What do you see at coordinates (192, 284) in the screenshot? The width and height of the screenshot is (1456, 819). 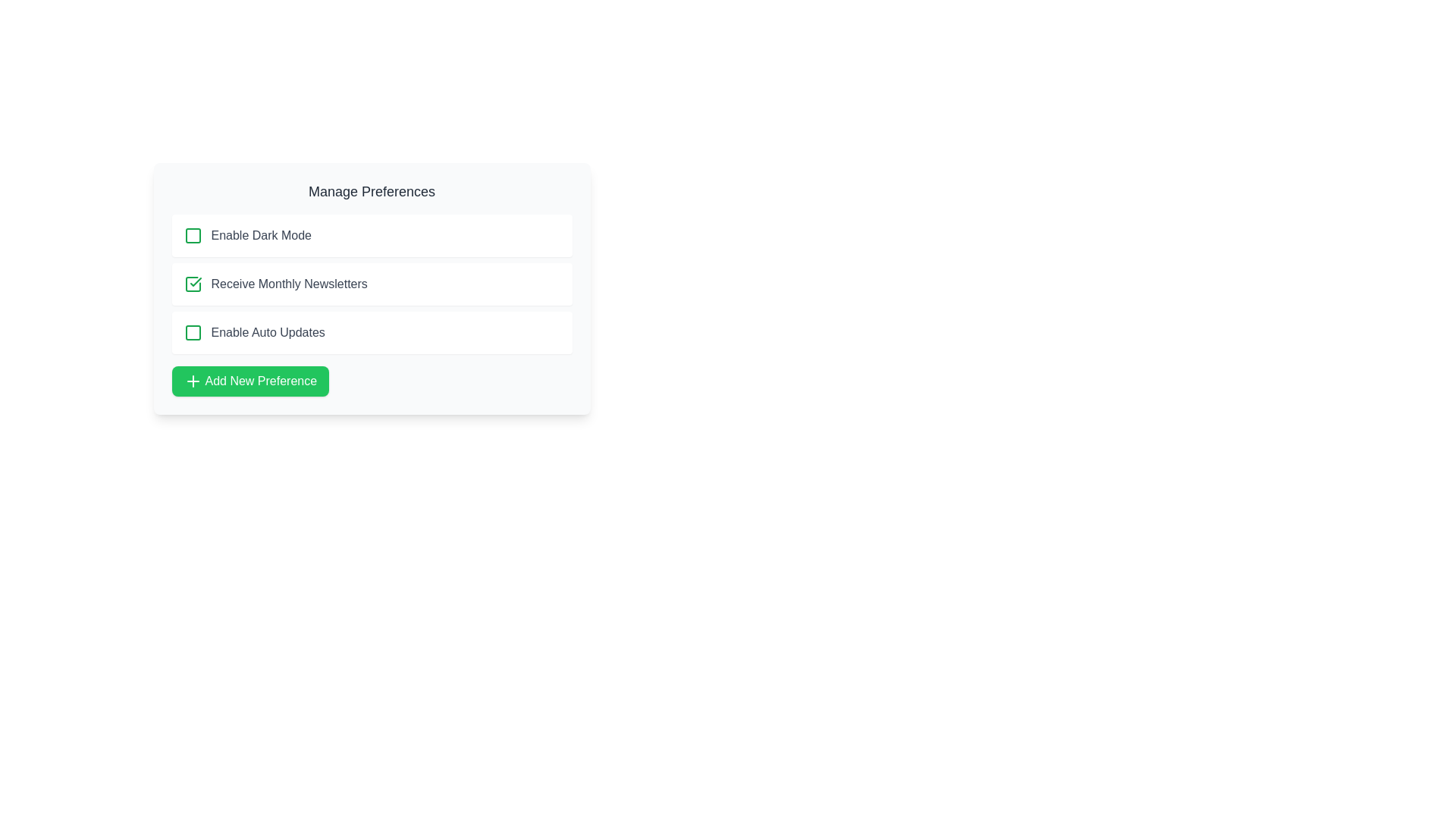 I see `the checked checkbox with a green outline` at bounding box center [192, 284].